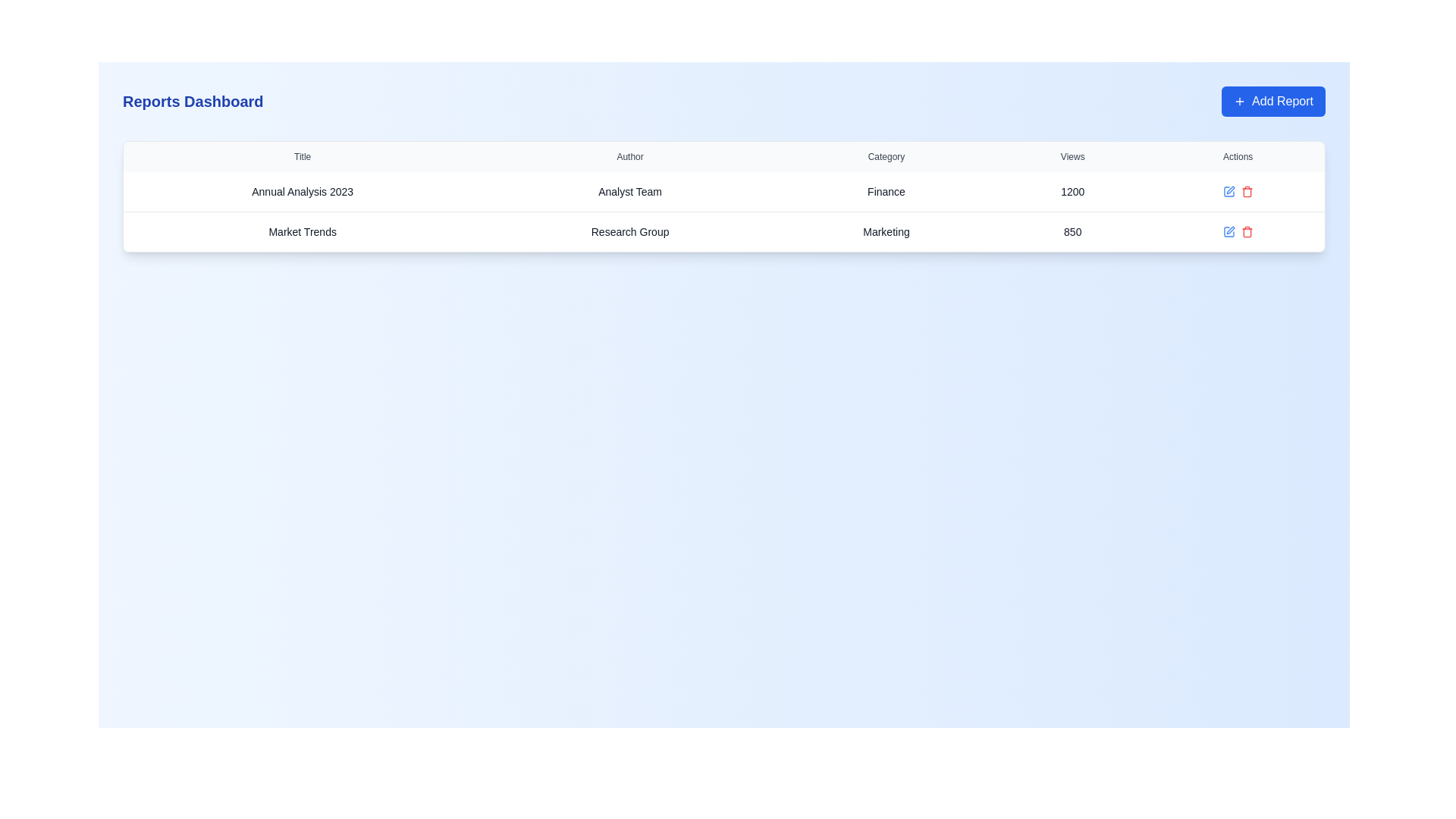 This screenshot has height=819, width=1456. What do you see at coordinates (1230, 231) in the screenshot?
I see `the pen-edit icon` at bounding box center [1230, 231].